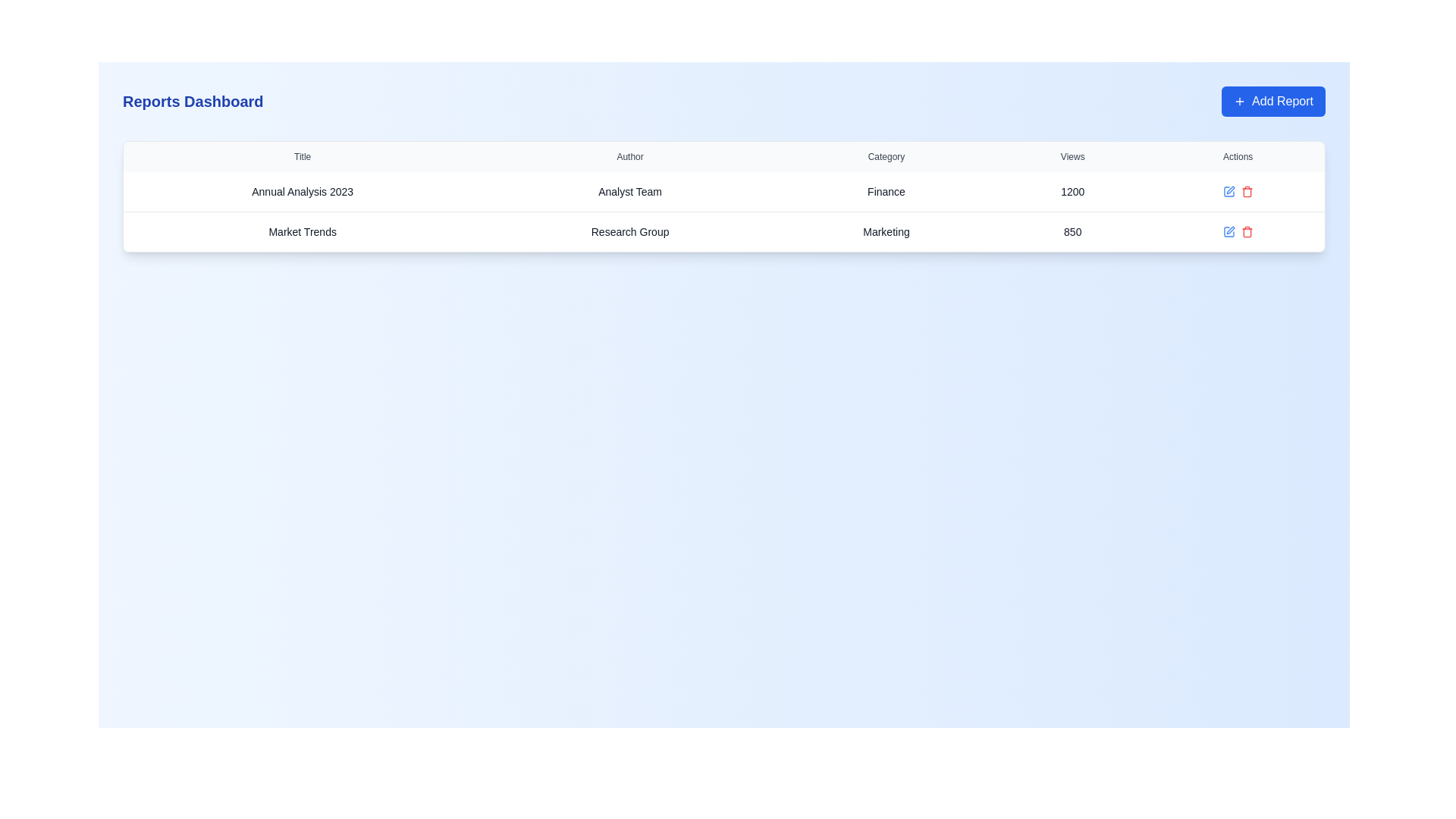 This screenshot has height=819, width=1456. What do you see at coordinates (1230, 231) in the screenshot?
I see `the pen-edit icon` at bounding box center [1230, 231].